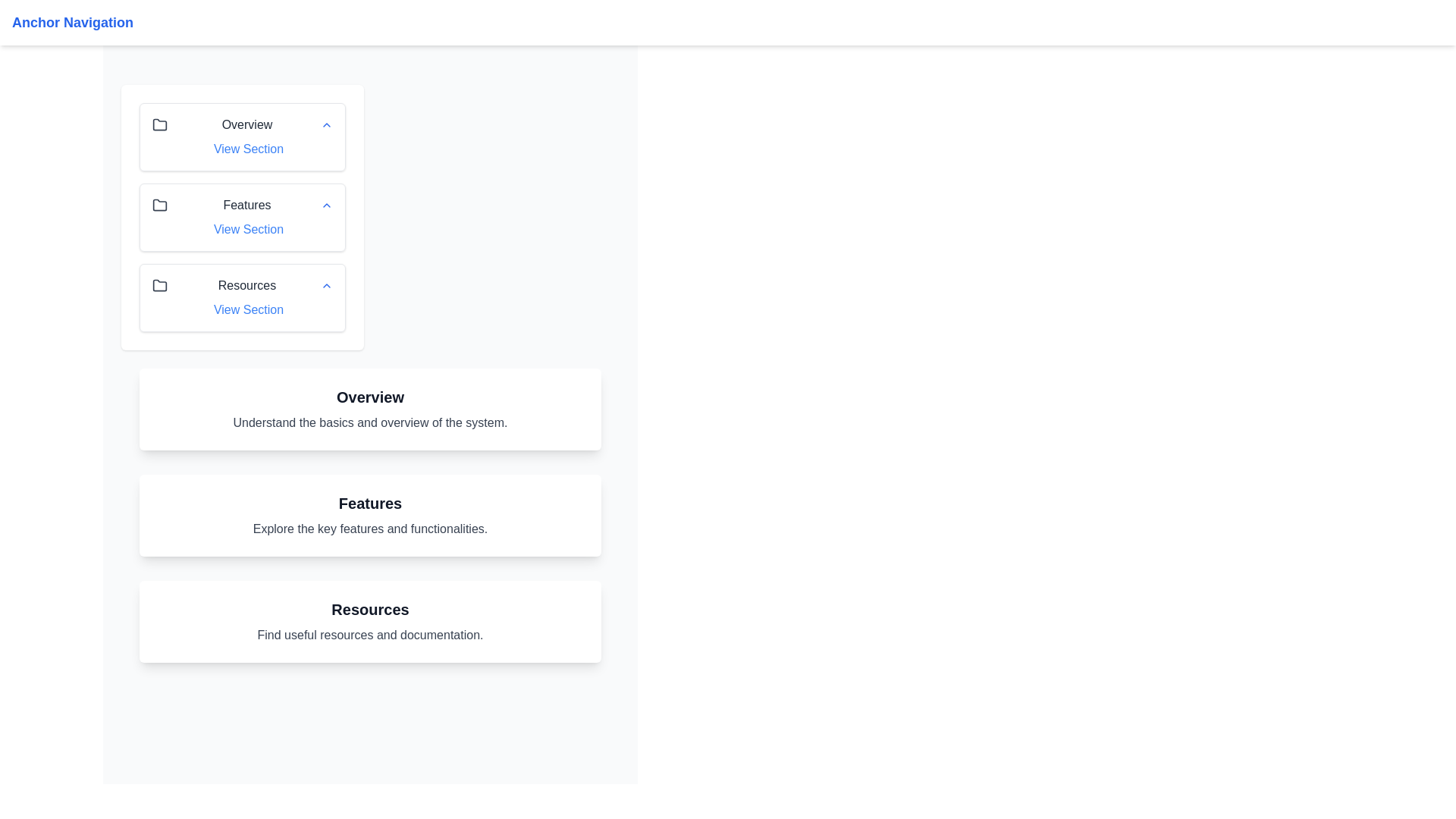 This screenshot has width=1456, height=819. Describe the element at coordinates (247, 124) in the screenshot. I see `the 'Overview' static text label in the left sidebar navigation panel` at that location.